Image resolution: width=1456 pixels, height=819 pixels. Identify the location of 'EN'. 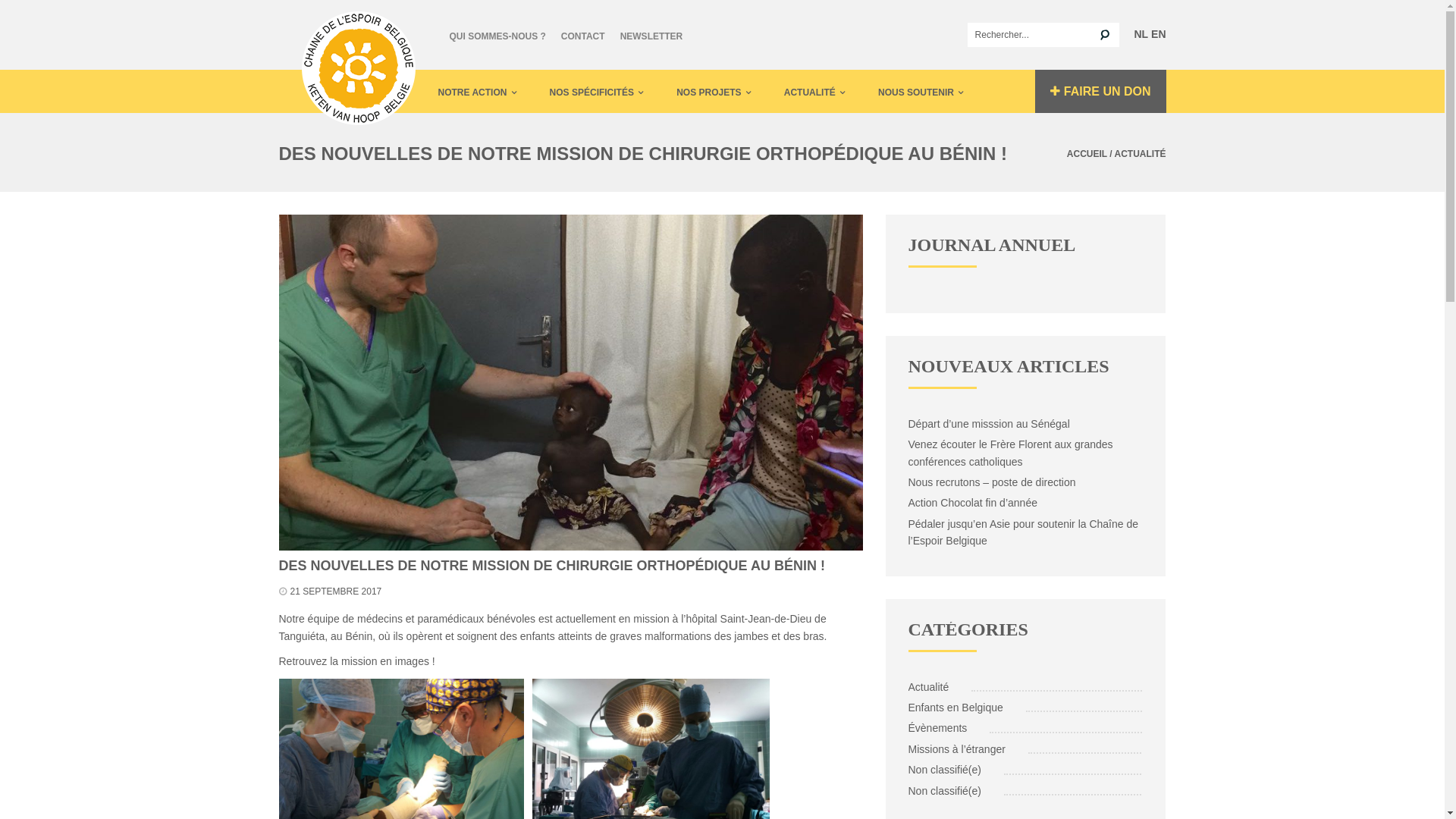
(1157, 34).